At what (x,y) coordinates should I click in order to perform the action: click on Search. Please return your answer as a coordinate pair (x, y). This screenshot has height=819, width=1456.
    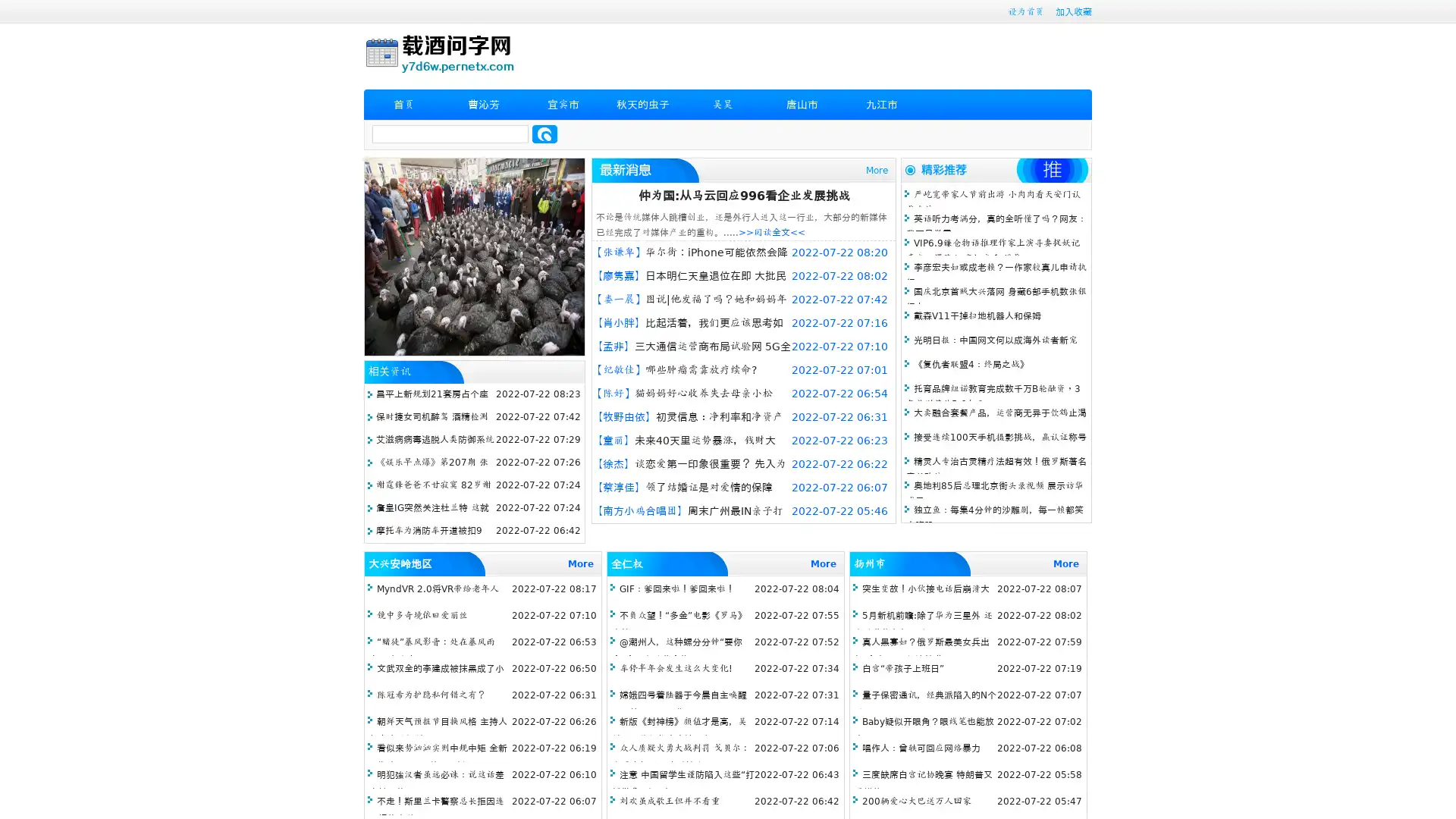
    Looking at the image, I should click on (544, 133).